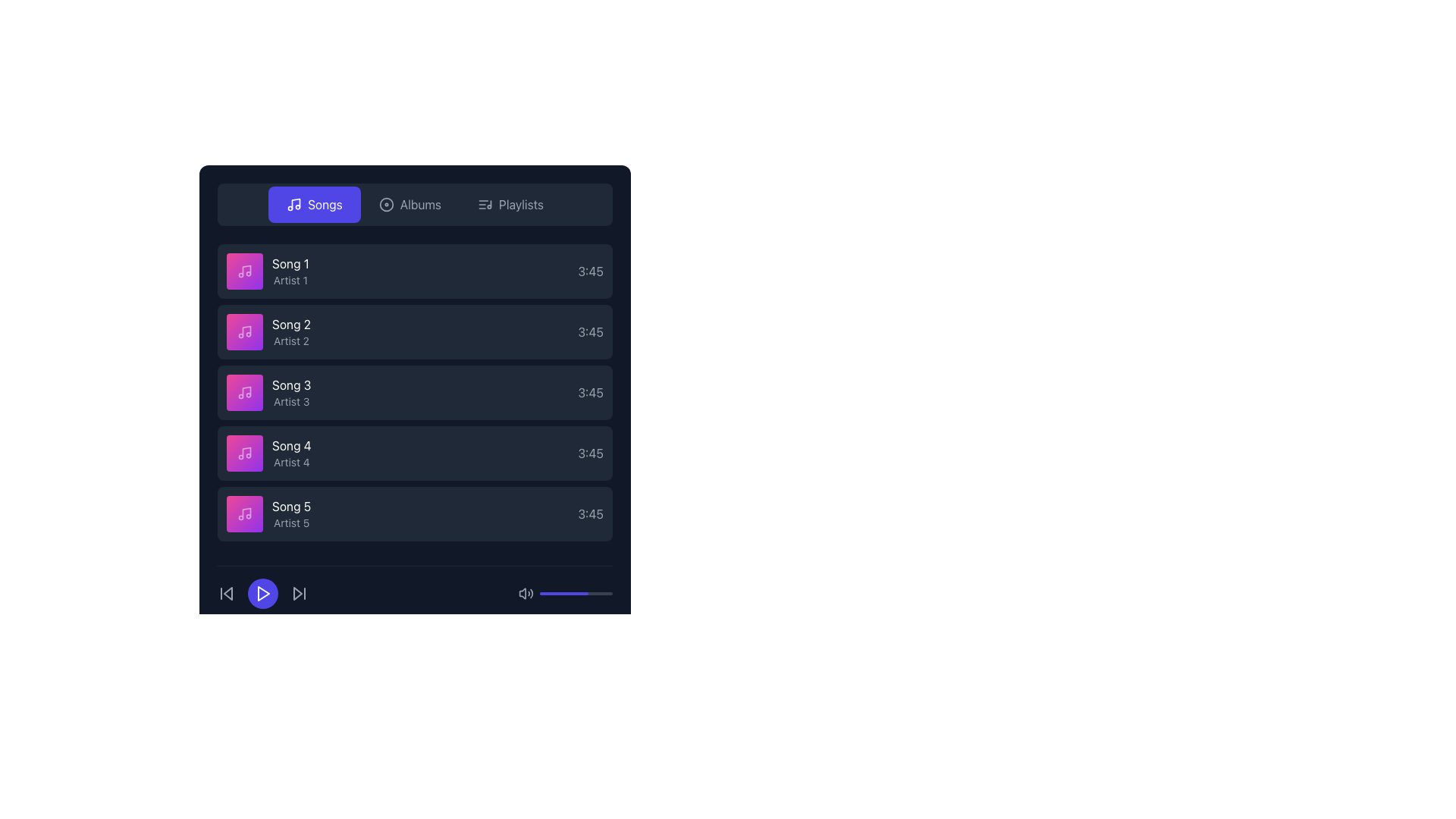 Image resolution: width=1456 pixels, height=819 pixels. I want to click on the music note icon on a pink background, which is the graphic element representing 'Song 5' in the song list, so click(244, 513).